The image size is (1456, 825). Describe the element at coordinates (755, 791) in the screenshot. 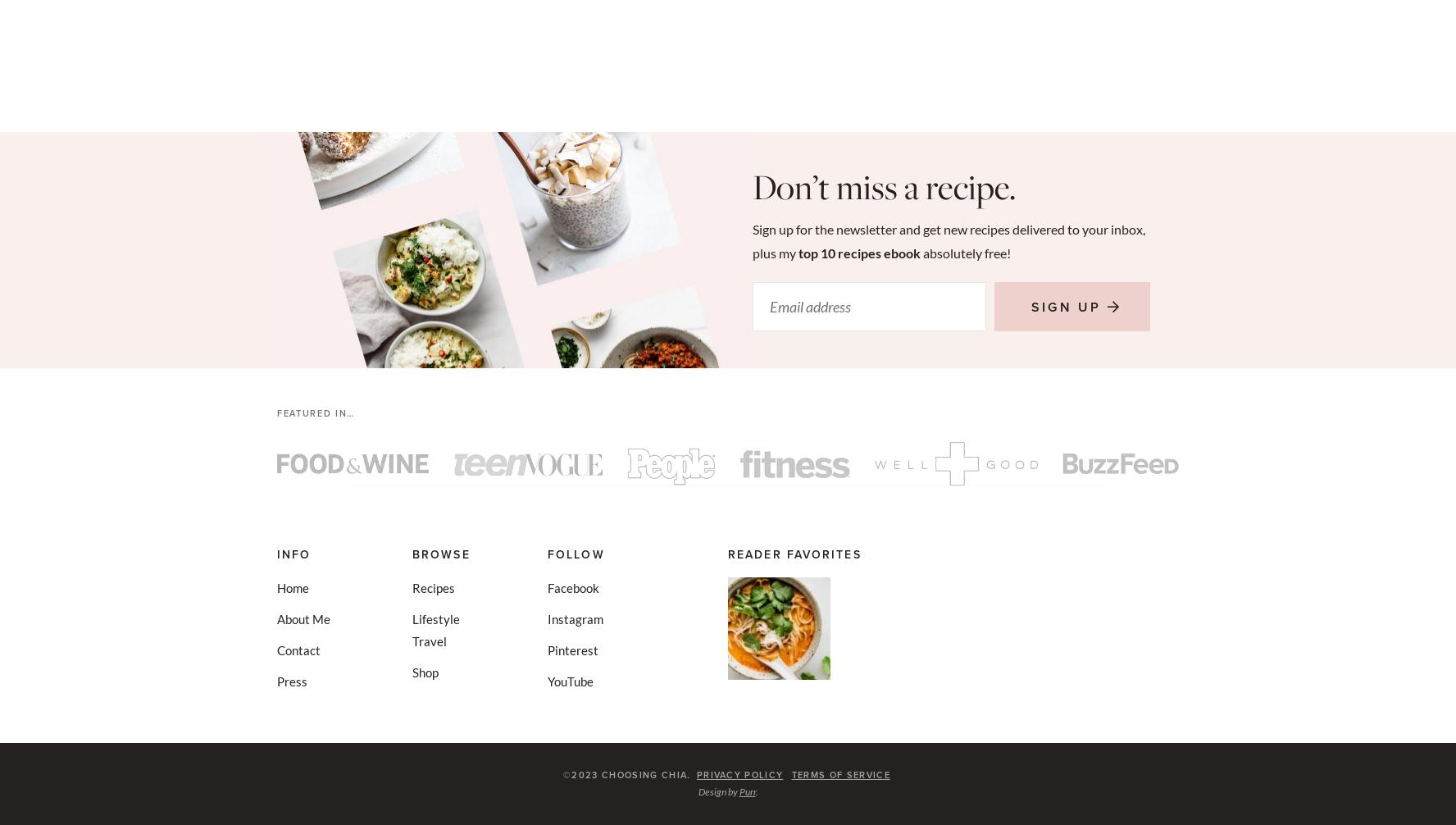

I see `'.'` at that location.